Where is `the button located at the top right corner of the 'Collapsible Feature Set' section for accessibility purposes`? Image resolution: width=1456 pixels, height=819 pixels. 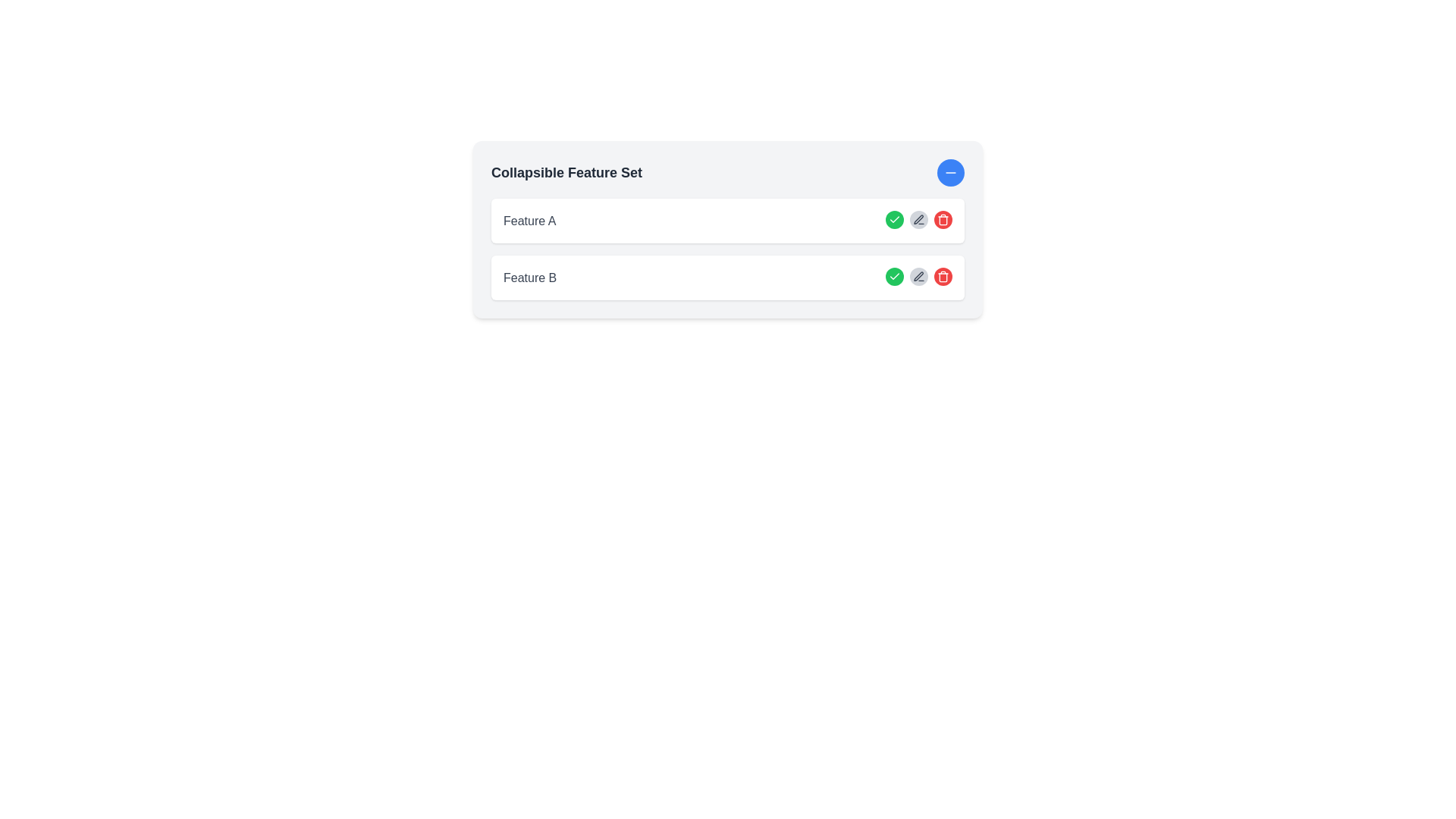
the button located at the top right corner of the 'Collapsible Feature Set' section for accessibility purposes is located at coordinates (949, 171).